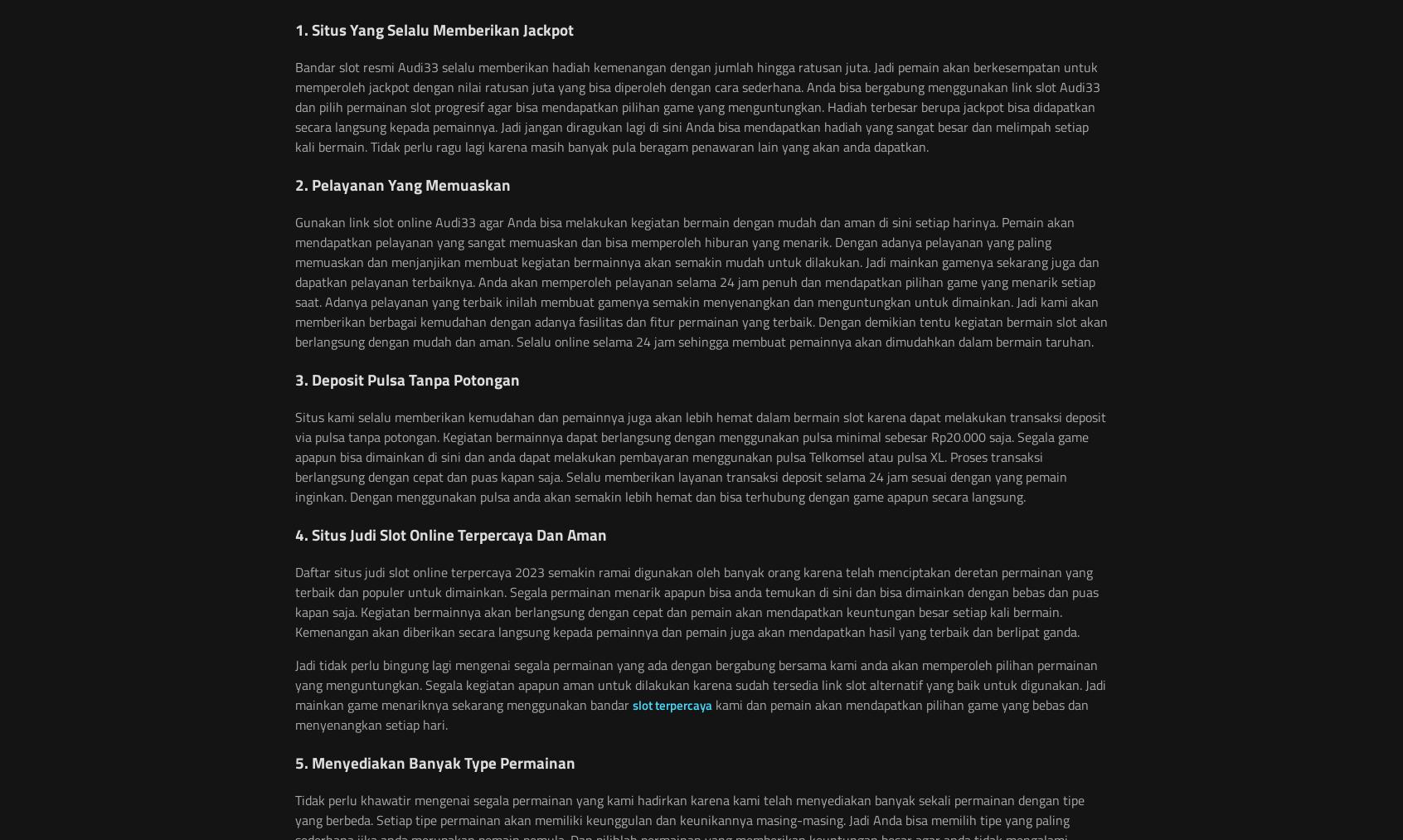  Describe the element at coordinates (435, 762) in the screenshot. I see `'5. Menyediakan Banyak Type Permainan'` at that location.